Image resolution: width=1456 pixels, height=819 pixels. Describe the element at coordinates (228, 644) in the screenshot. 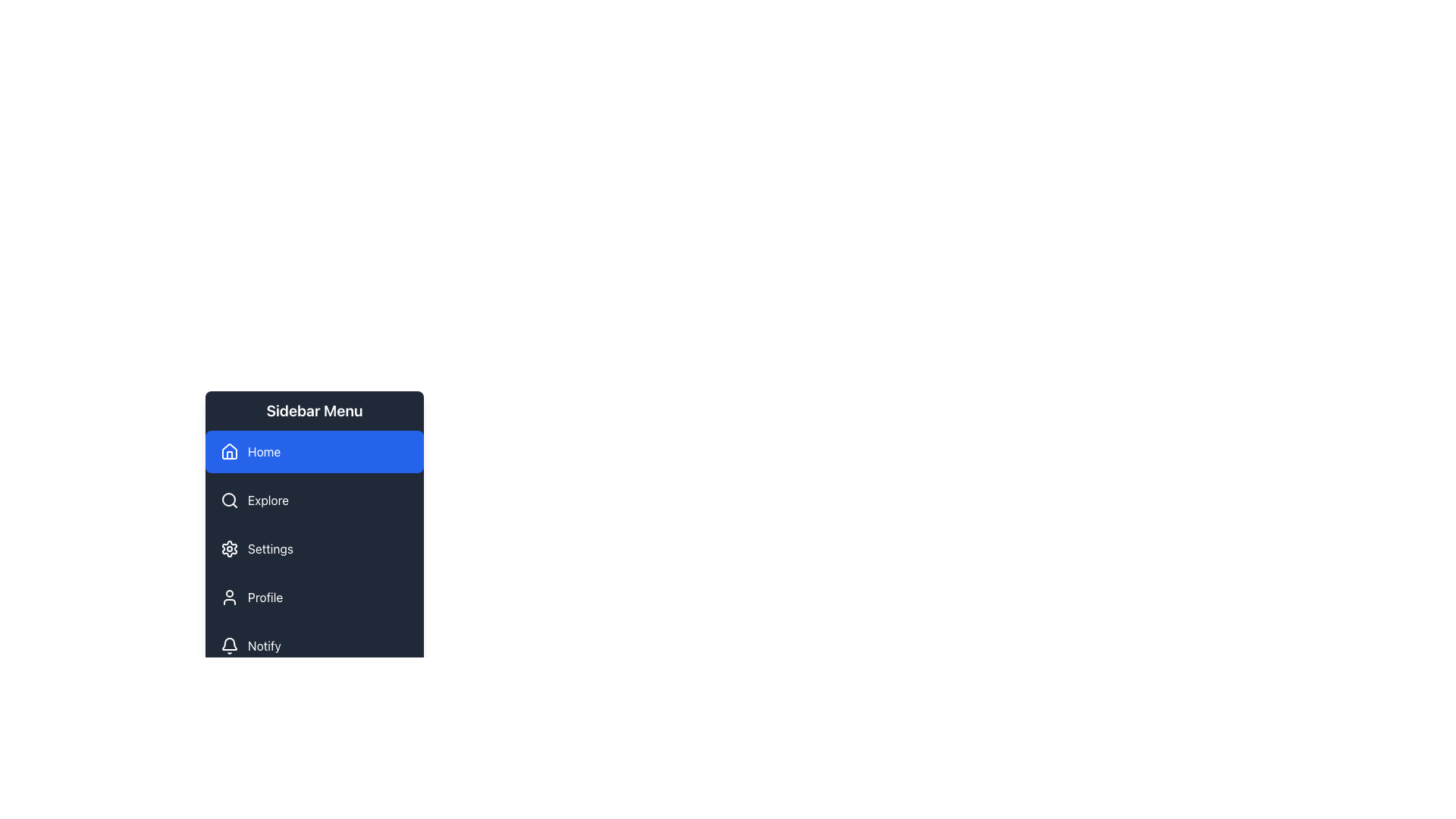

I see `the bell icon component located at the bottom of the vertical navigation sidebar, just below the 'Profile' option in the notification menu identified by the 'Notify' label` at that location.